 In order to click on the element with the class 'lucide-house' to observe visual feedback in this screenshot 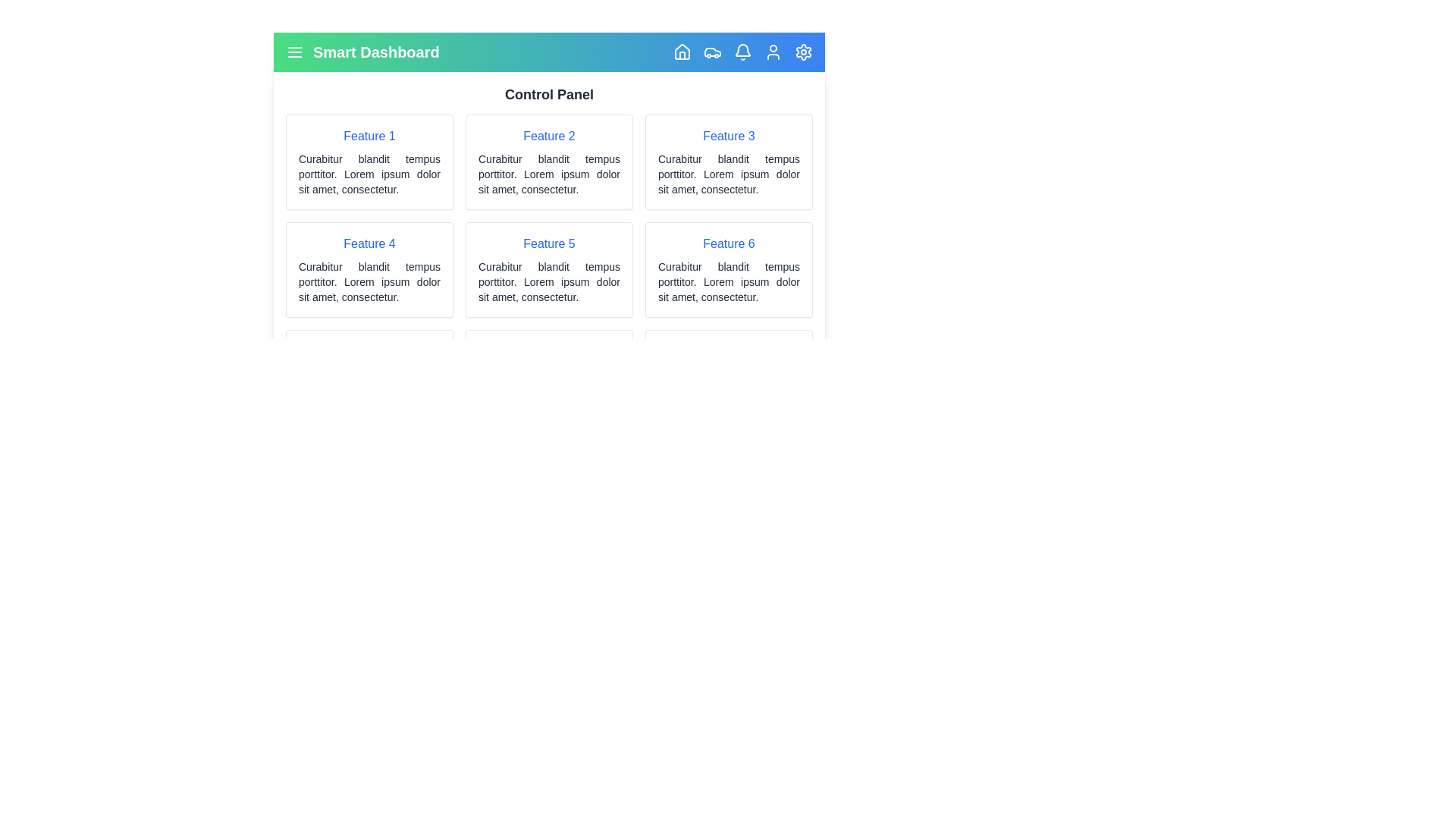, I will do `click(682, 52)`.